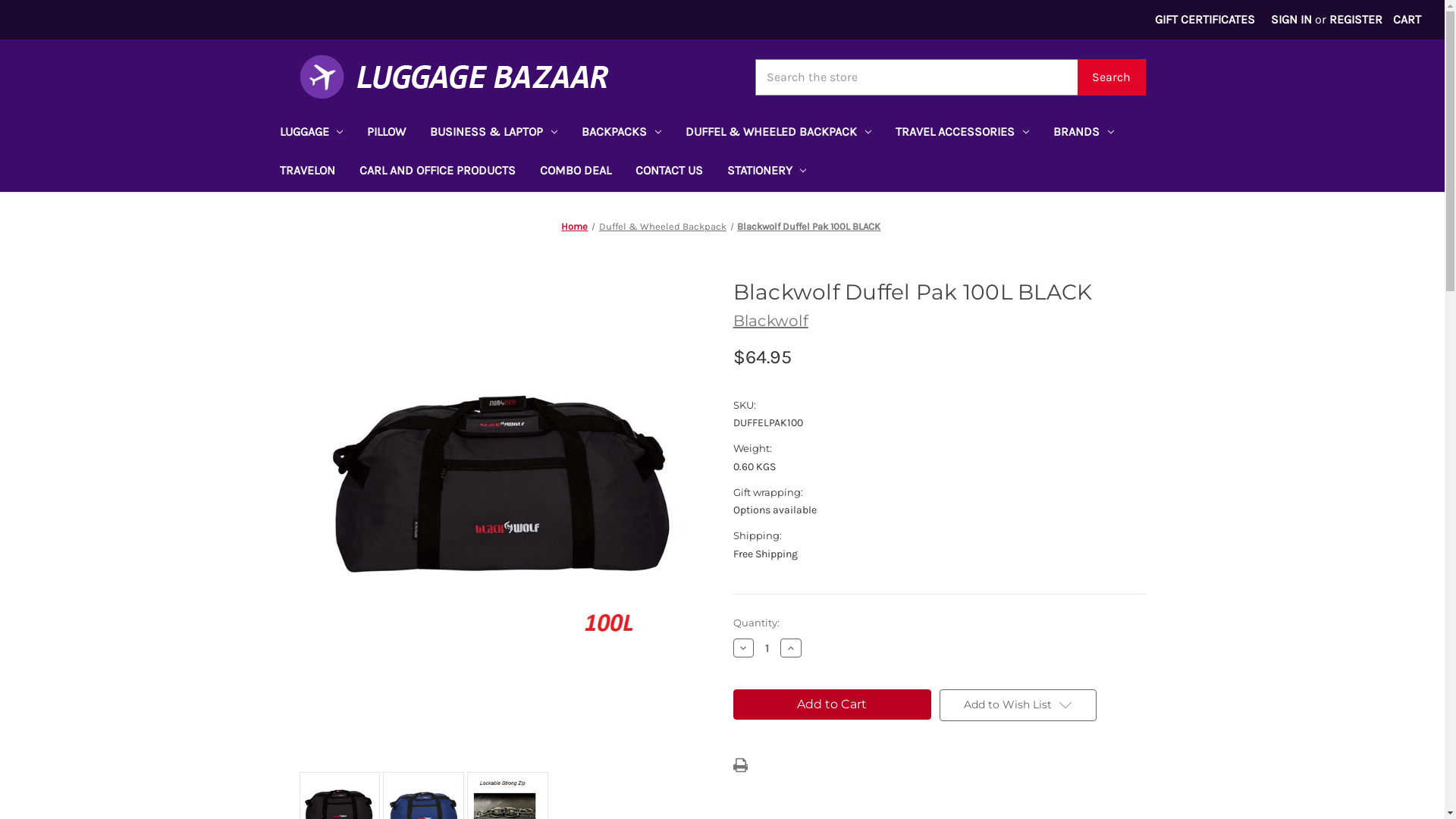  Describe the element at coordinates (1384, 20) in the screenshot. I see `'CART'` at that location.